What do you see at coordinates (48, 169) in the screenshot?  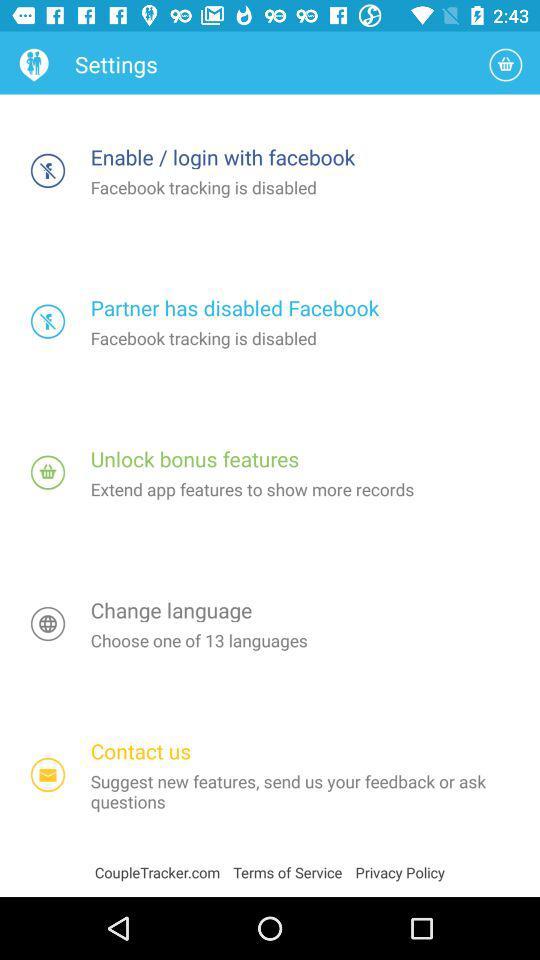 I see `connect with facebook` at bounding box center [48, 169].